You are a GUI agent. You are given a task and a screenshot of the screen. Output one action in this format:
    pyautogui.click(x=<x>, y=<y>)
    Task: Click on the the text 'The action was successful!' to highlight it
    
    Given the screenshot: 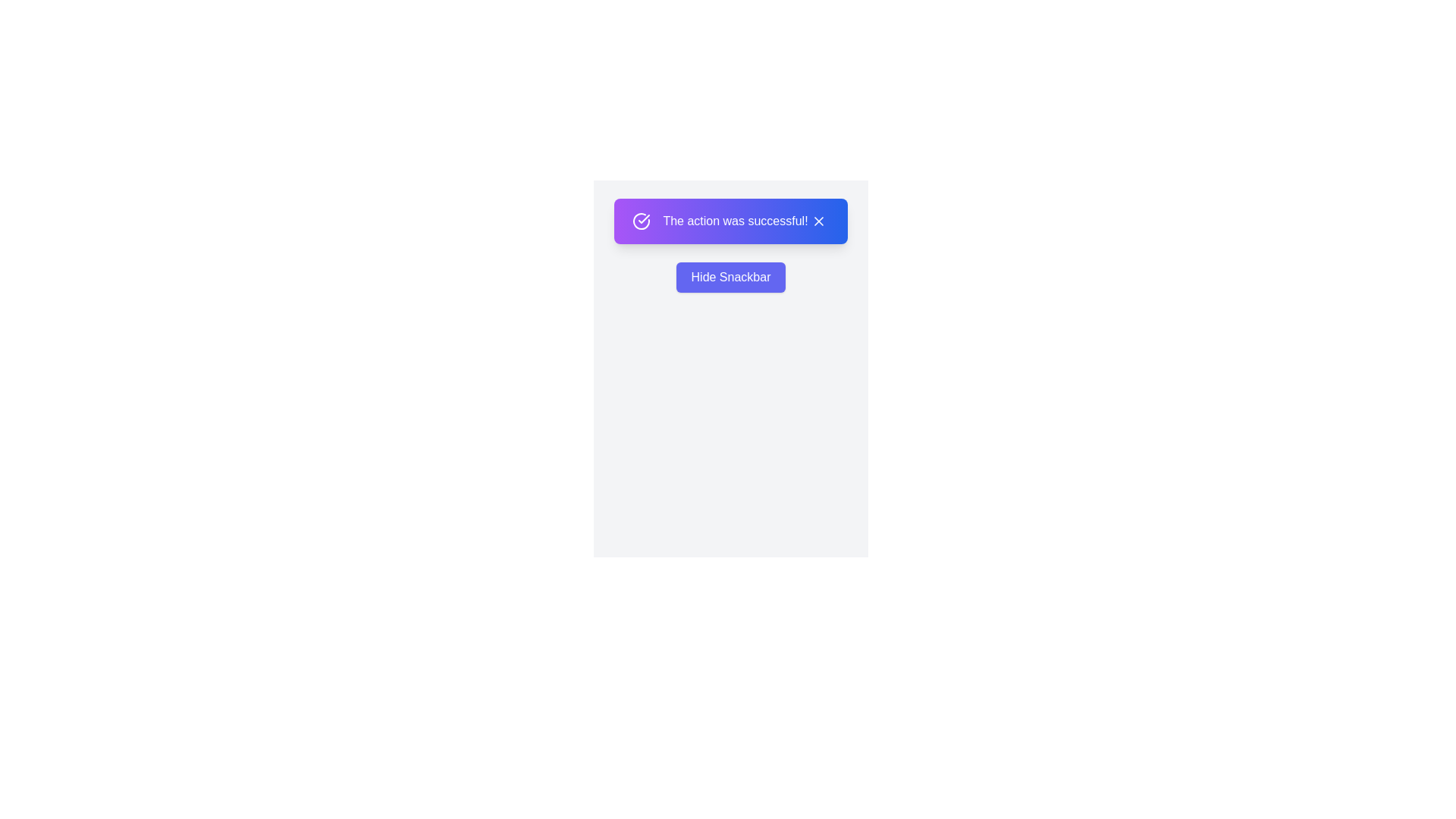 What is the action you would take?
    pyautogui.click(x=731, y=221)
    